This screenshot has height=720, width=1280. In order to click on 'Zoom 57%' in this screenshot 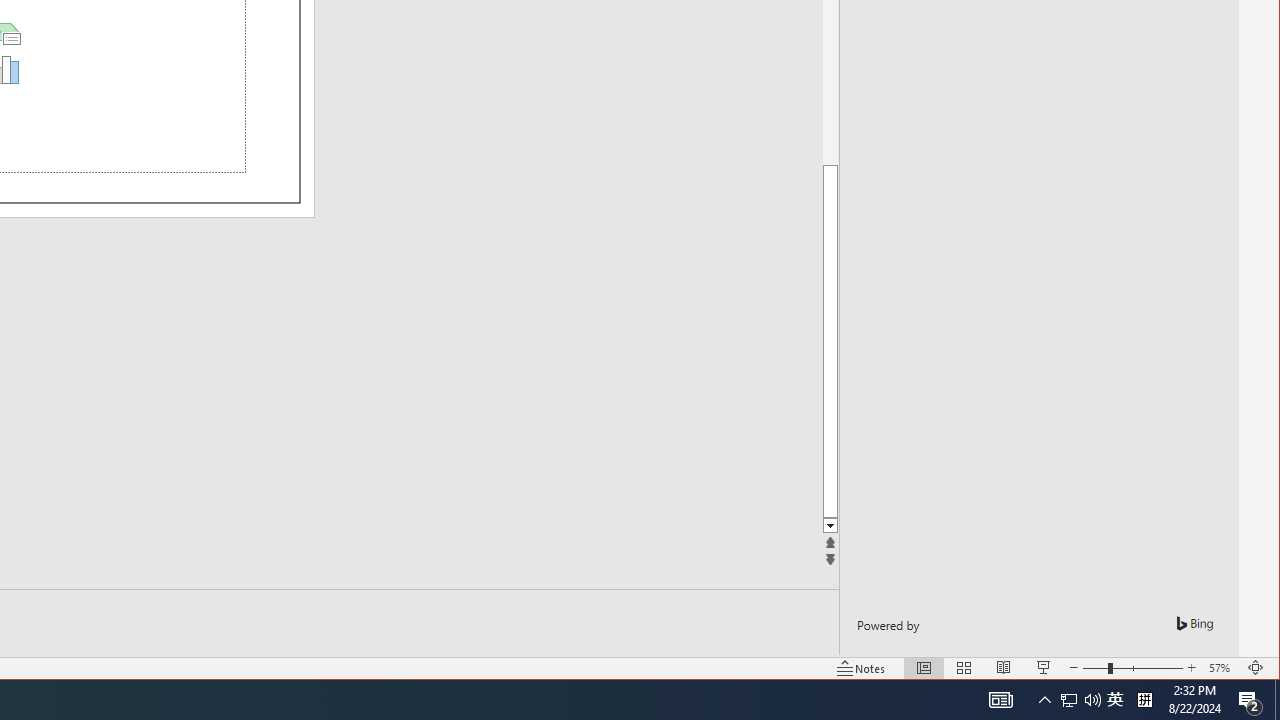, I will do `click(1221, 668)`.